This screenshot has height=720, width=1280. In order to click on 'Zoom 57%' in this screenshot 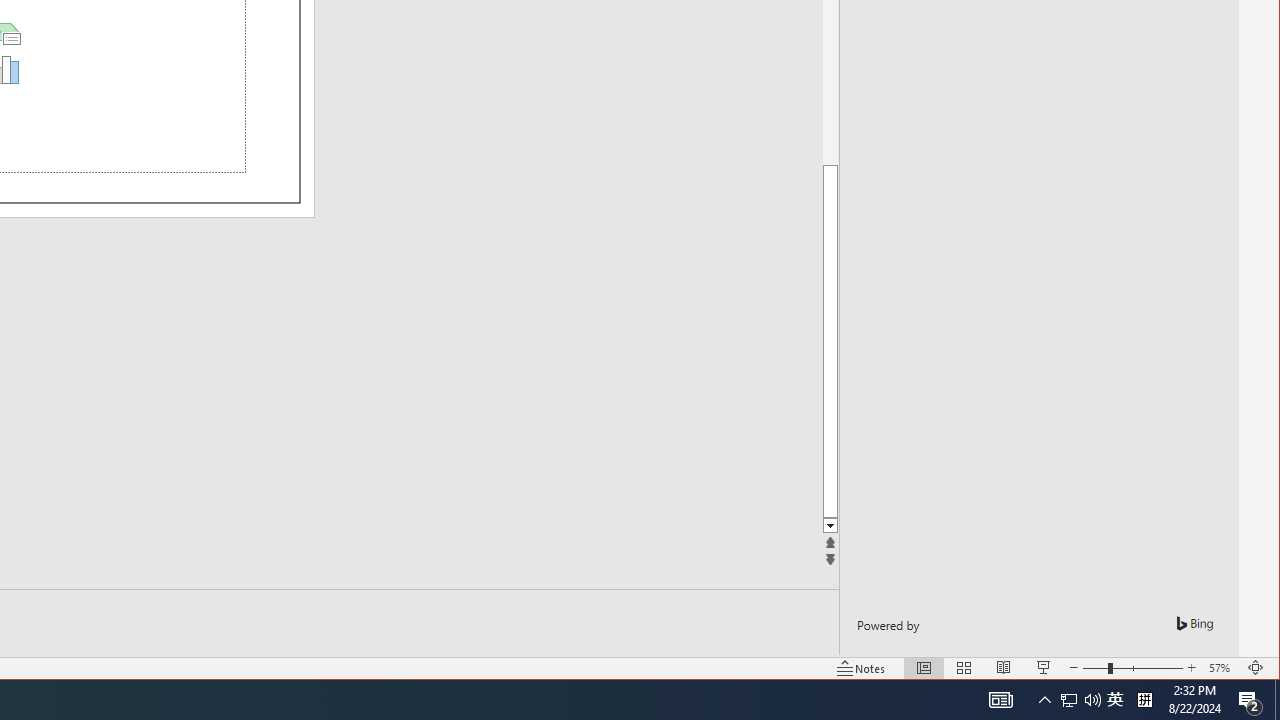, I will do `click(1221, 668)`.